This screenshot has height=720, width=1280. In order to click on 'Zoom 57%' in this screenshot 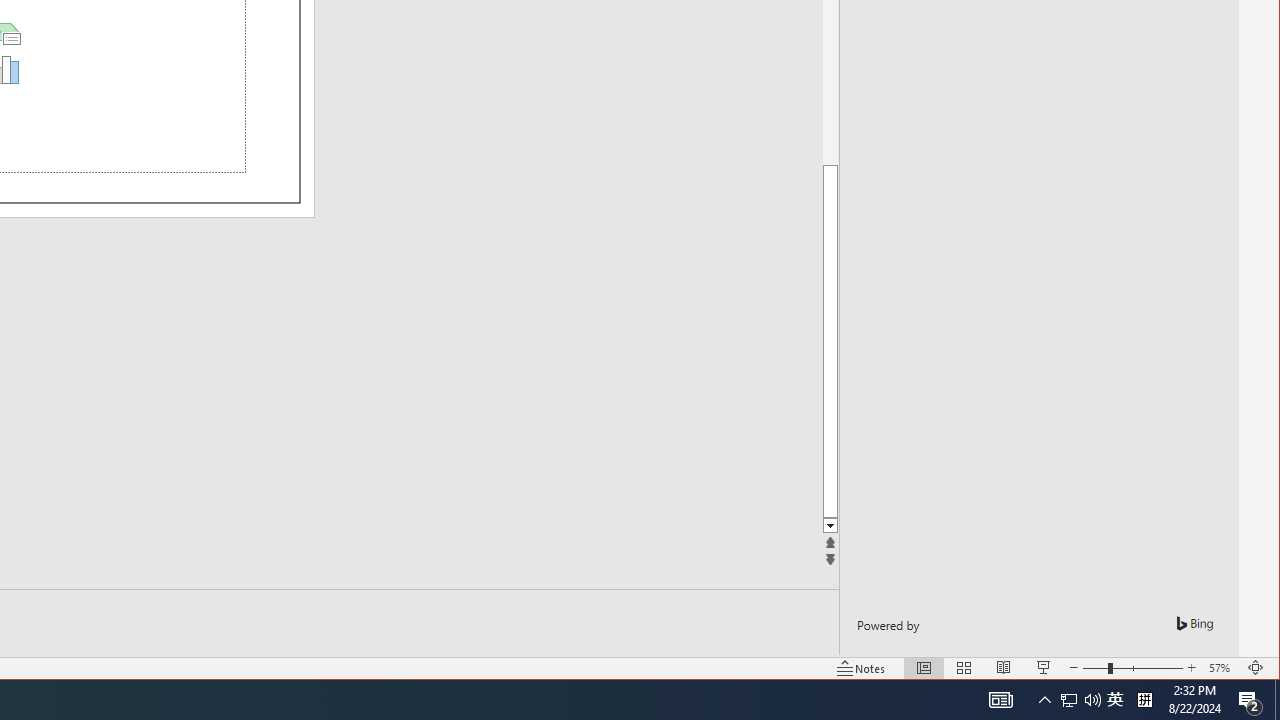, I will do `click(1221, 668)`.